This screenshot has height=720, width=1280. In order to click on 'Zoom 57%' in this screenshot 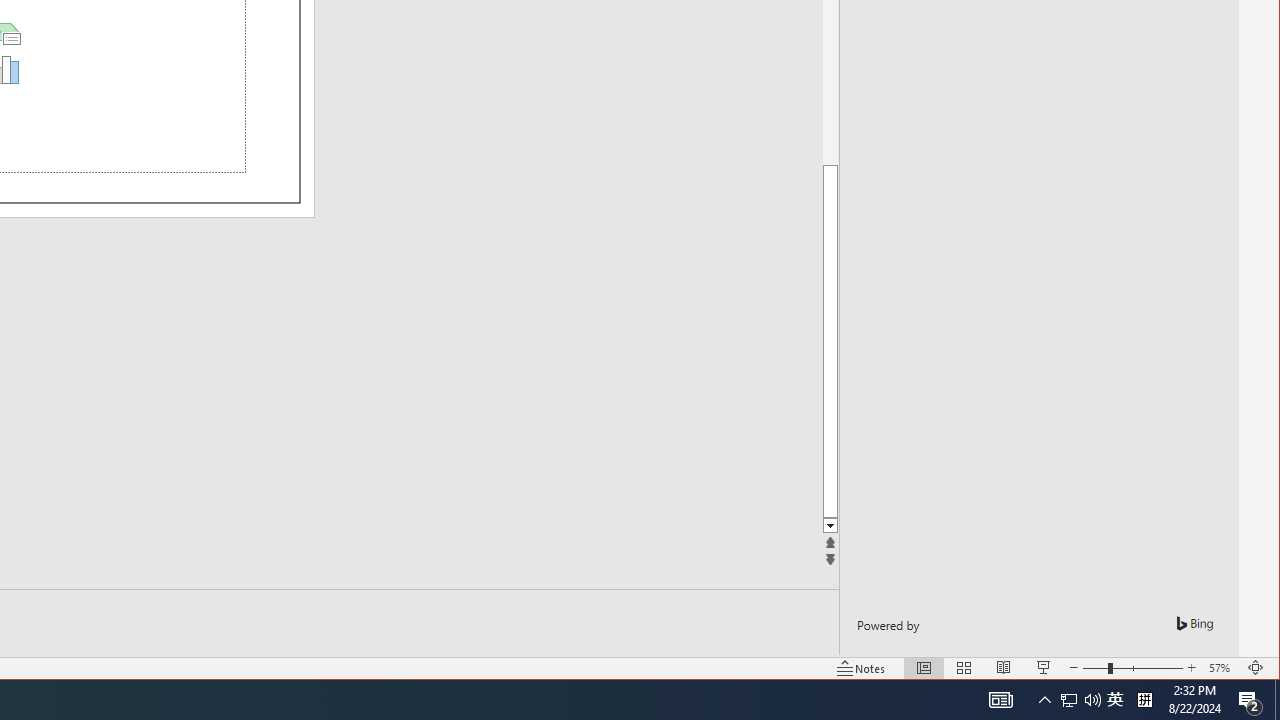, I will do `click(1221, 668)`.